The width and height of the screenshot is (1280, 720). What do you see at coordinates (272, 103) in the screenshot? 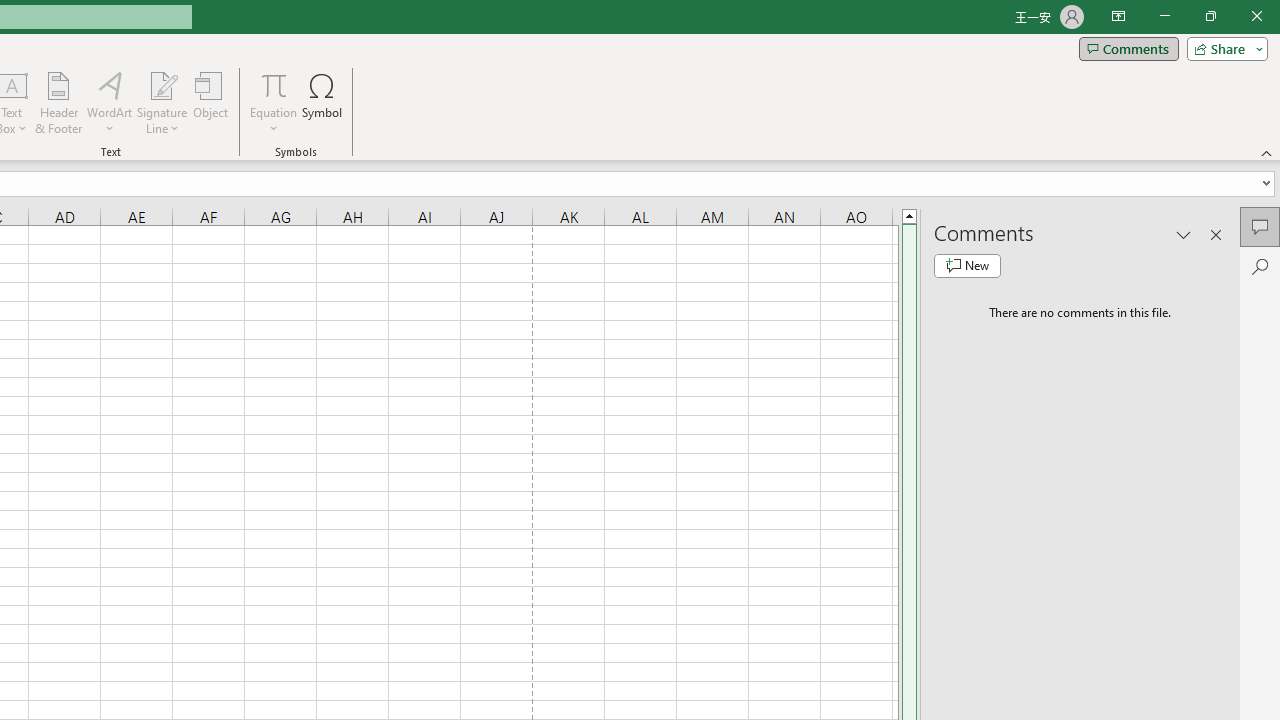
I see `'Equation'` at bounding box center [272, 103].